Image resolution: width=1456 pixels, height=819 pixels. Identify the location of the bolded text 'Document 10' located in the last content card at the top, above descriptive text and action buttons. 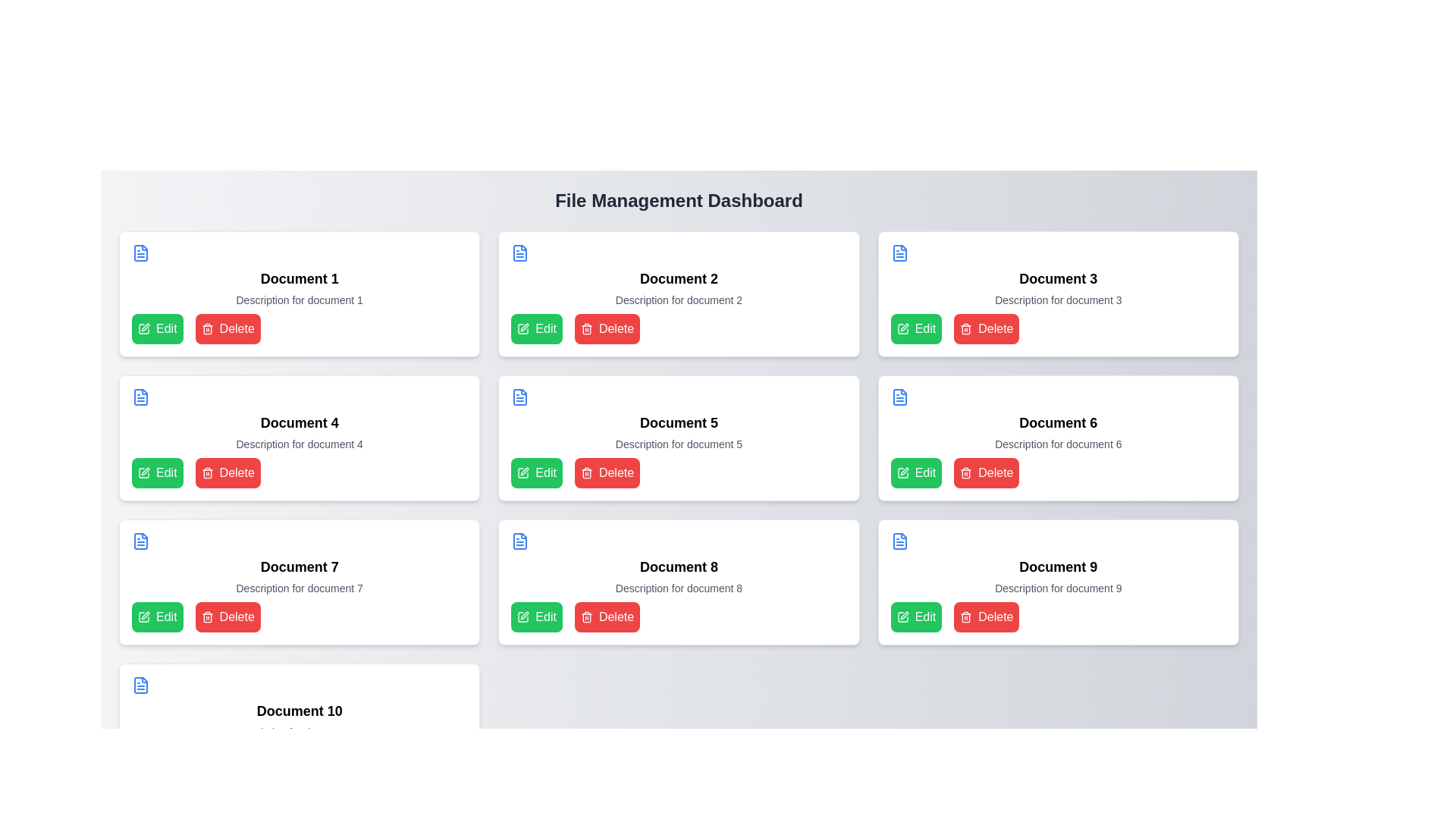
(300, 711).